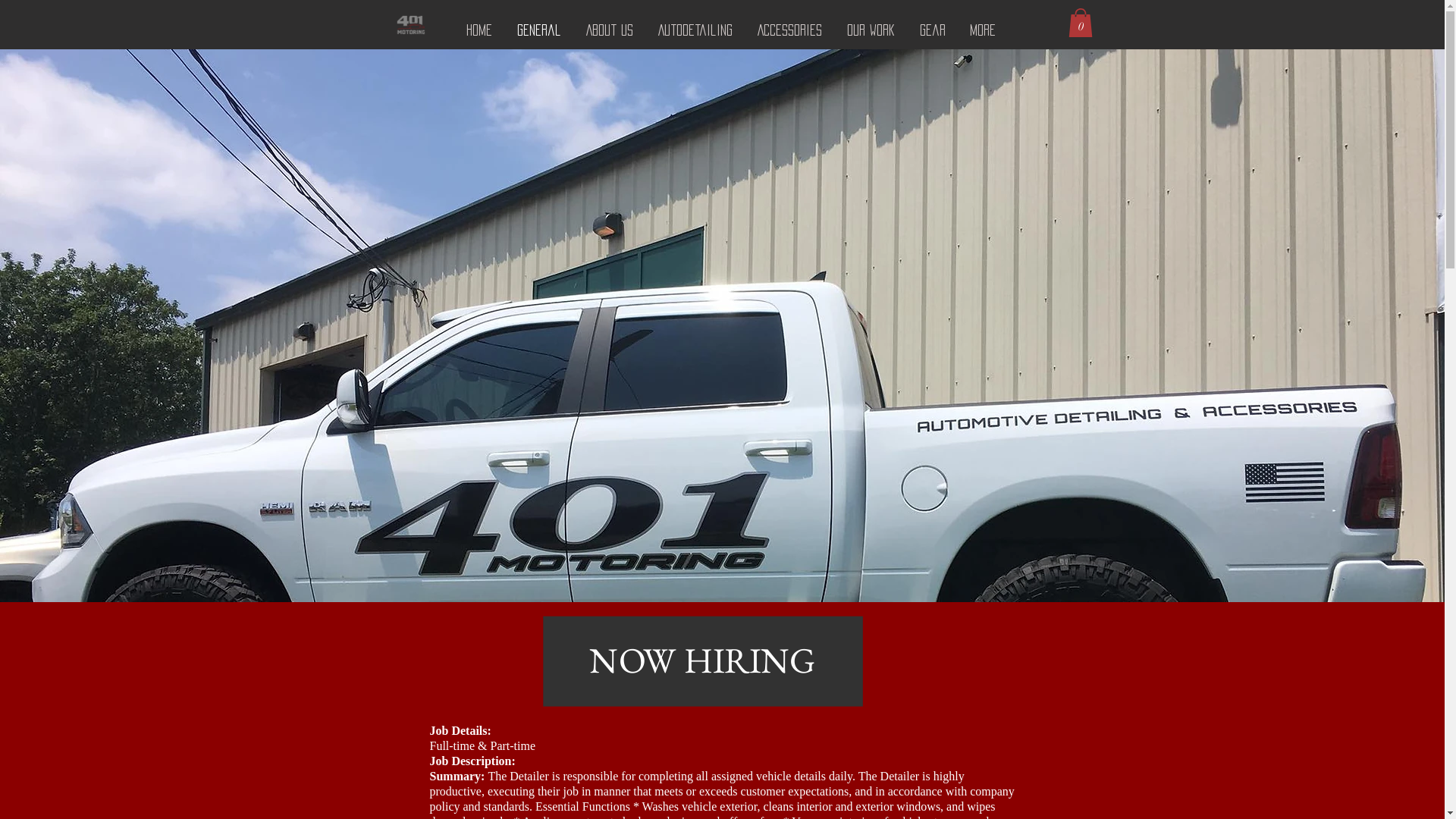 The image size is (1456, 819). What do you see at coordinates (478, 30) in the screenshot?
I see `'Home'` at bounding box center [478, 30].